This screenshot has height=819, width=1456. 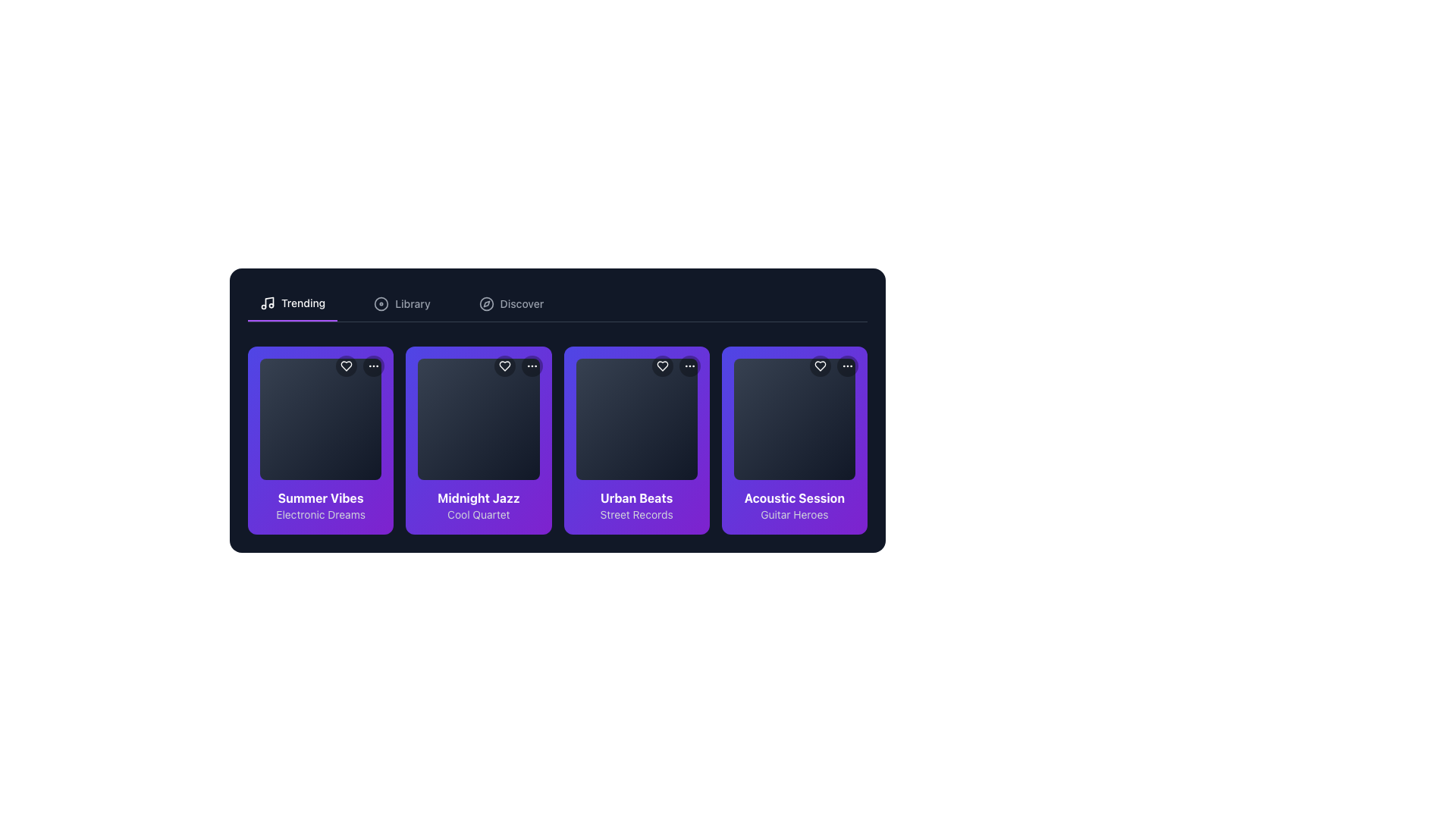 I want to click on the circular graphical component that is centrally located within the compass-like icon, so click(x=486, y=304).